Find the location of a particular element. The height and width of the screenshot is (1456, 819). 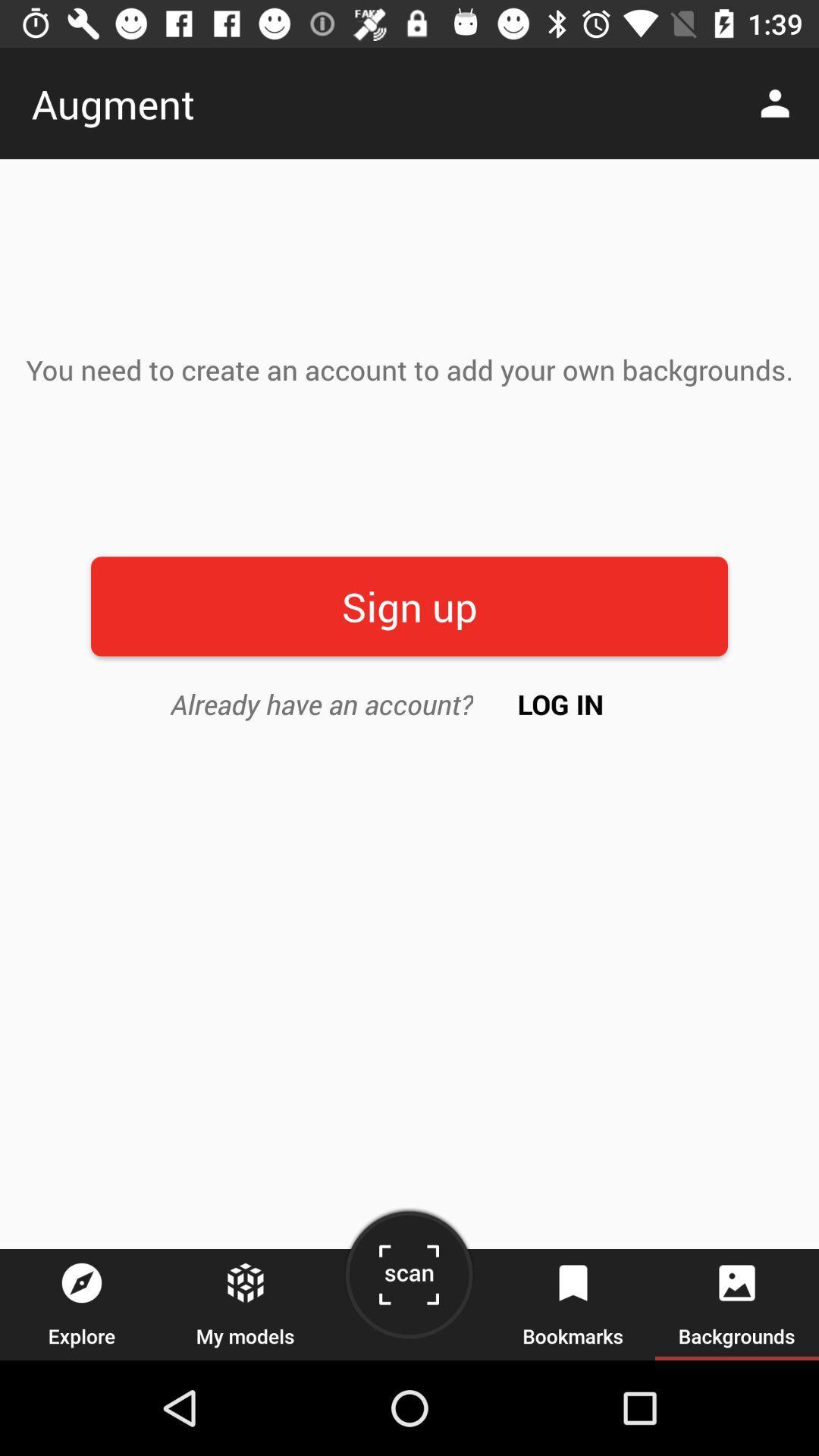

icon on the right is located at coordinates (560, 703).